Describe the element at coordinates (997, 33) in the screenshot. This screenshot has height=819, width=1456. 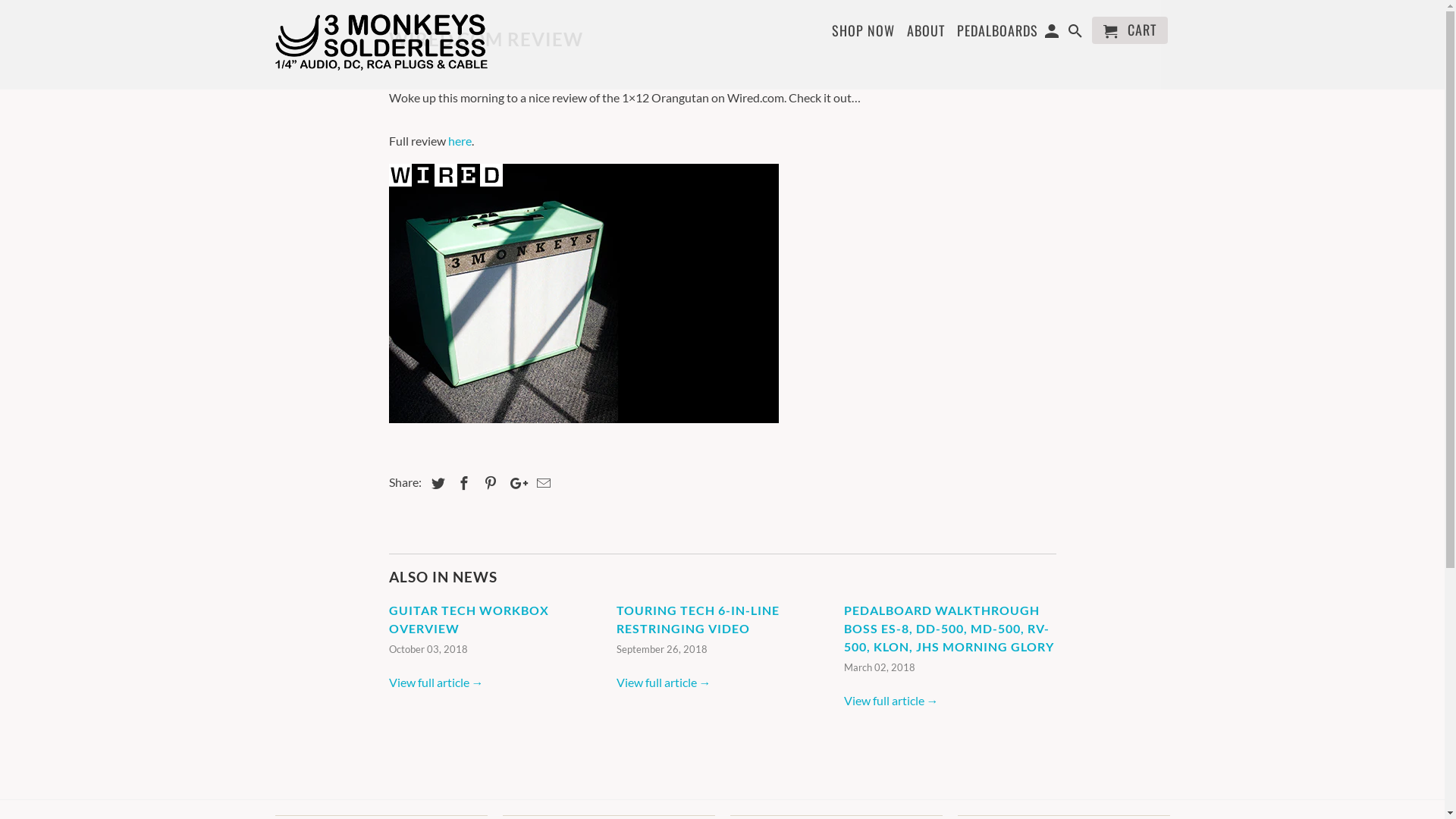
I see `'PEDALBOARDS'` at that location.